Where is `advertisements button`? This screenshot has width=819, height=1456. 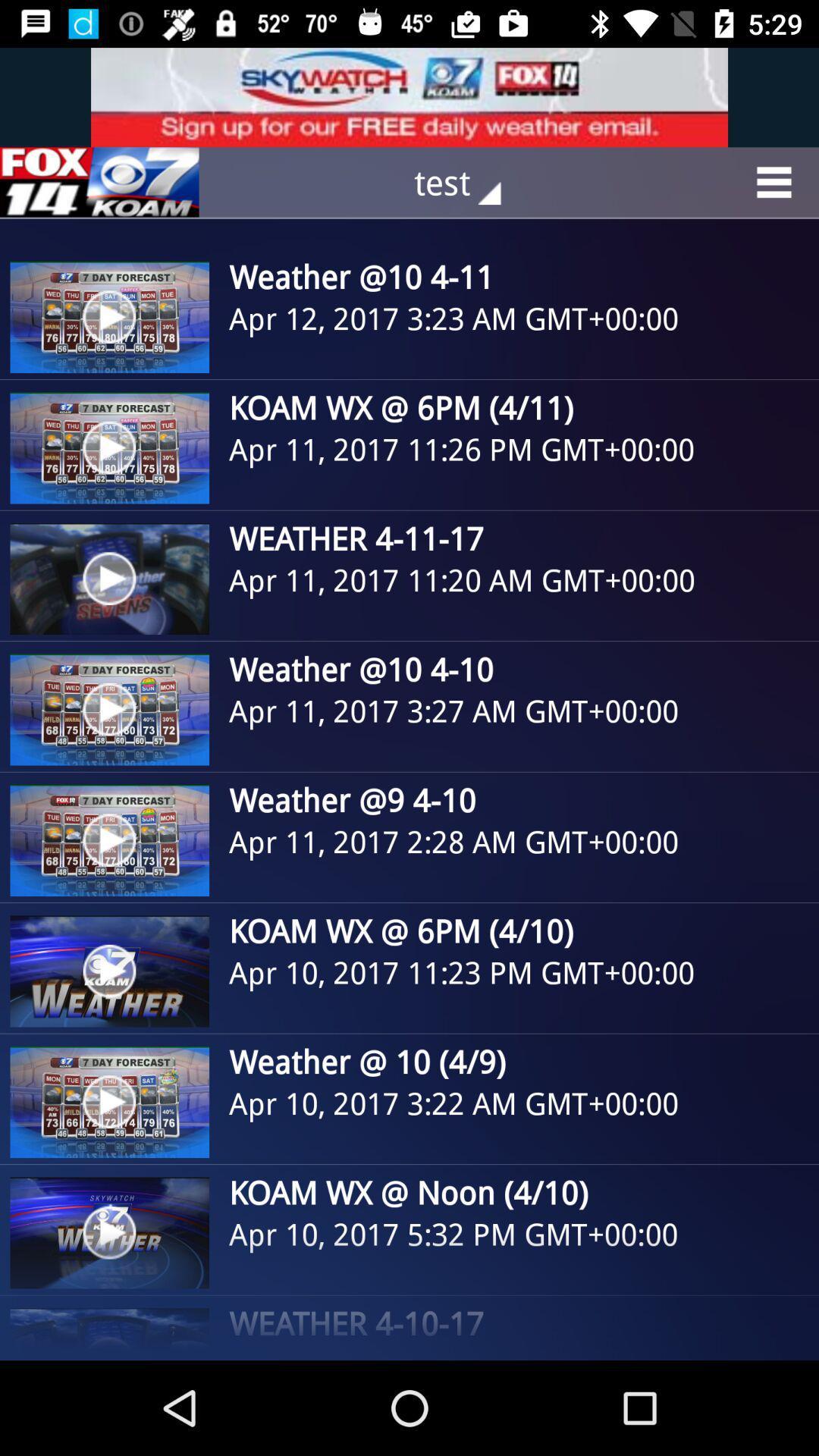 advertisements button is located at coordinates (99, 182).